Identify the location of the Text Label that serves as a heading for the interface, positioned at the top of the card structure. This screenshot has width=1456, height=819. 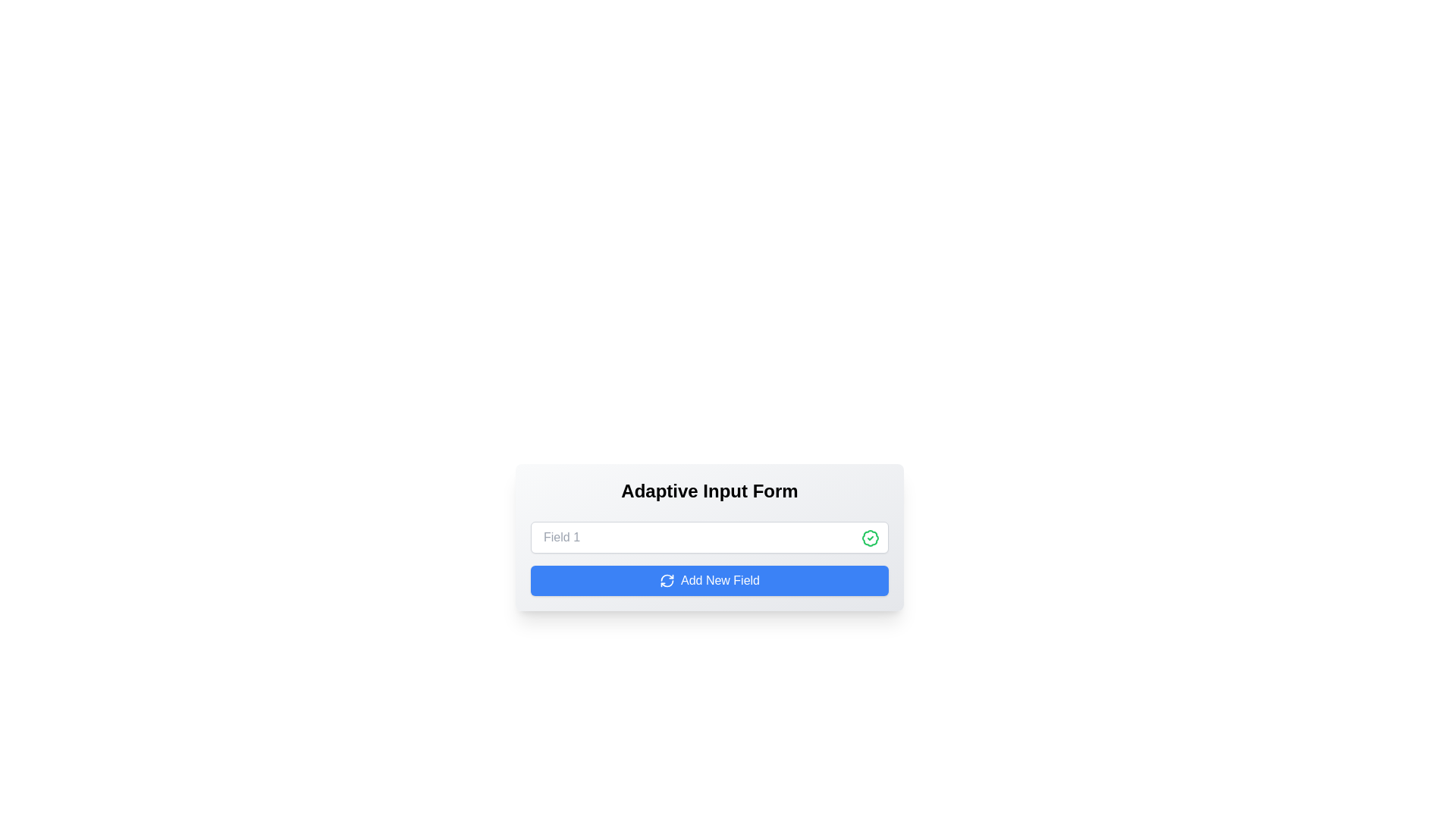
(709, 491).